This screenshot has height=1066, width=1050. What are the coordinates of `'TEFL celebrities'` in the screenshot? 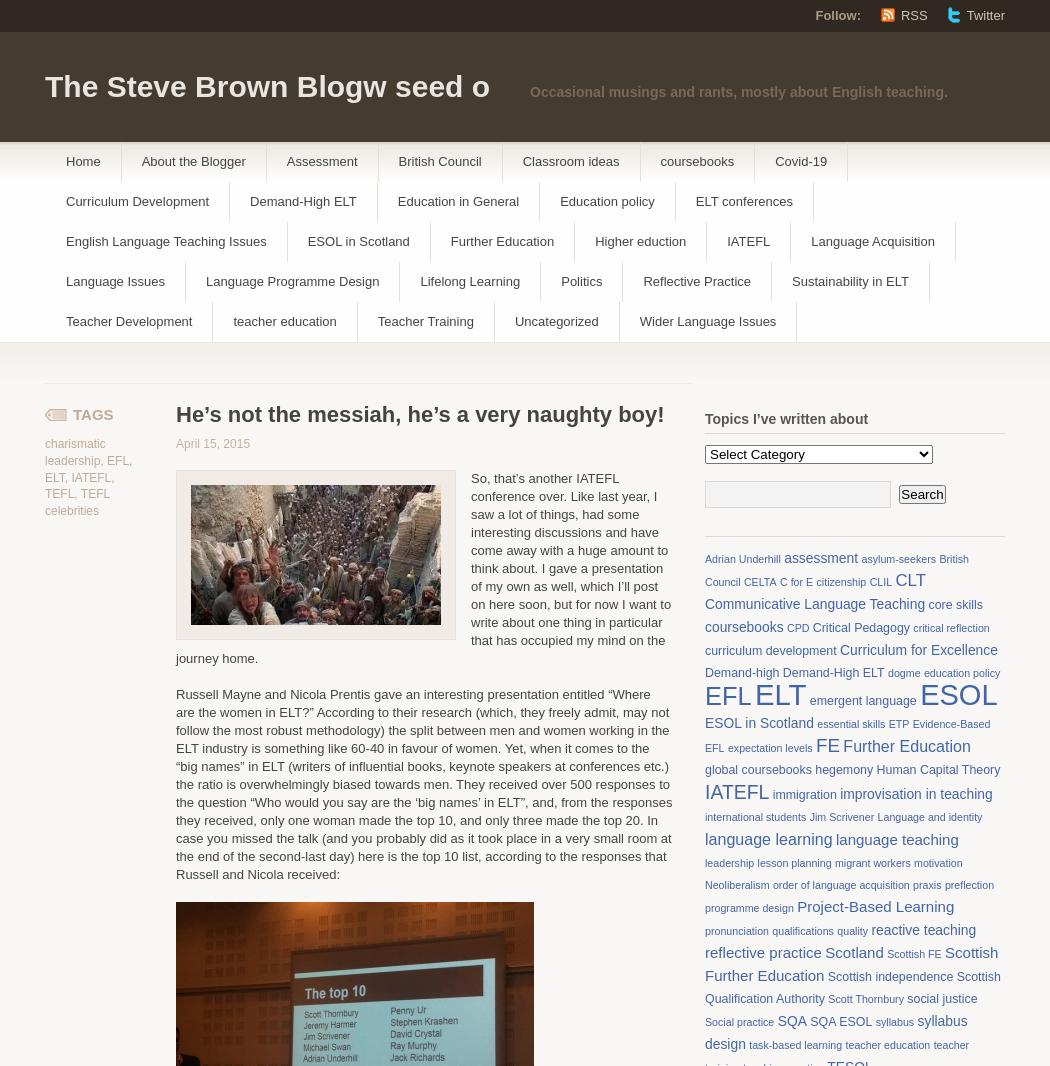 It's located at (76, 502).